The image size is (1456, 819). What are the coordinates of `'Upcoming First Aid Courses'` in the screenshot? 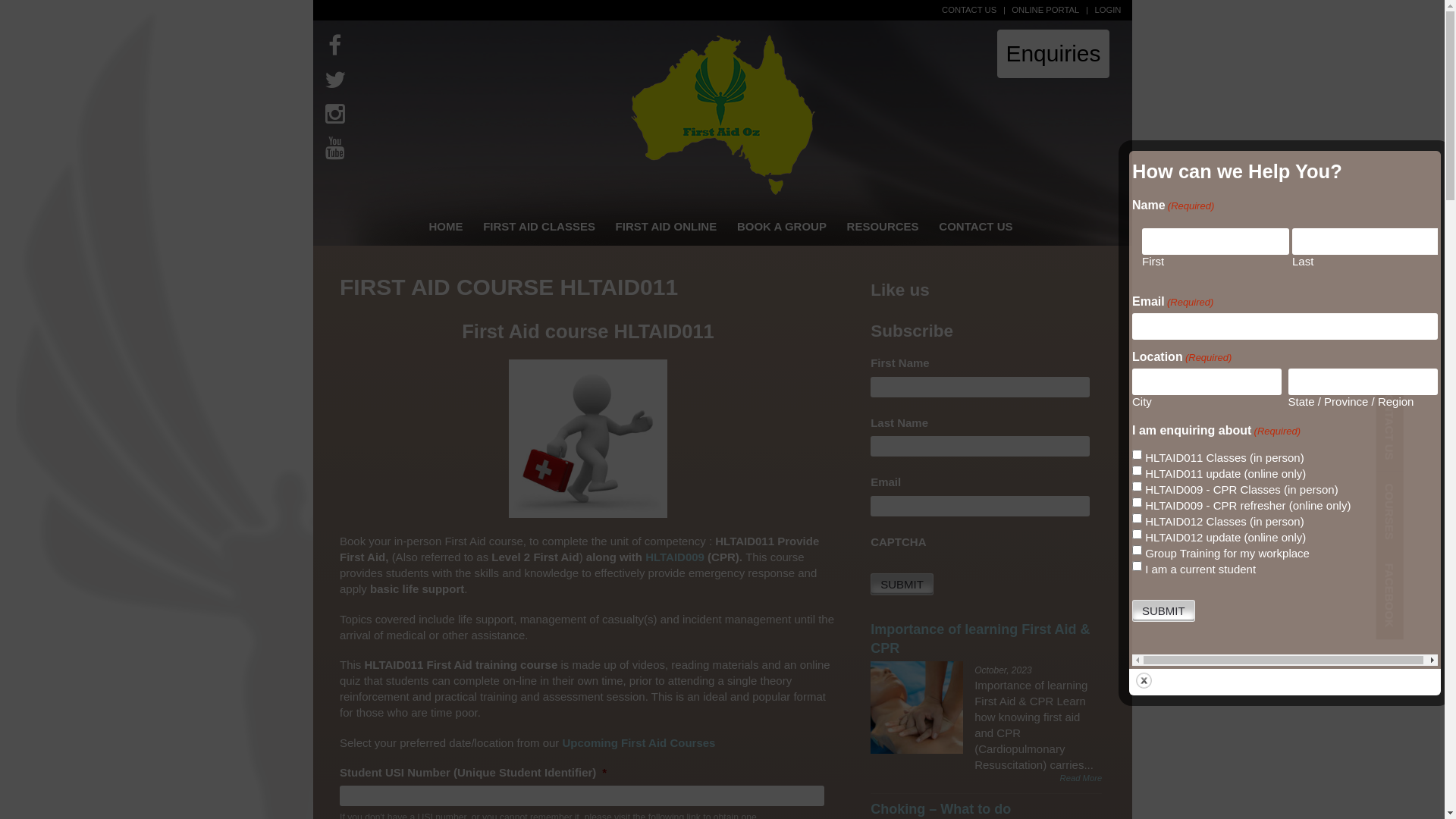 It's located at (638, 742).